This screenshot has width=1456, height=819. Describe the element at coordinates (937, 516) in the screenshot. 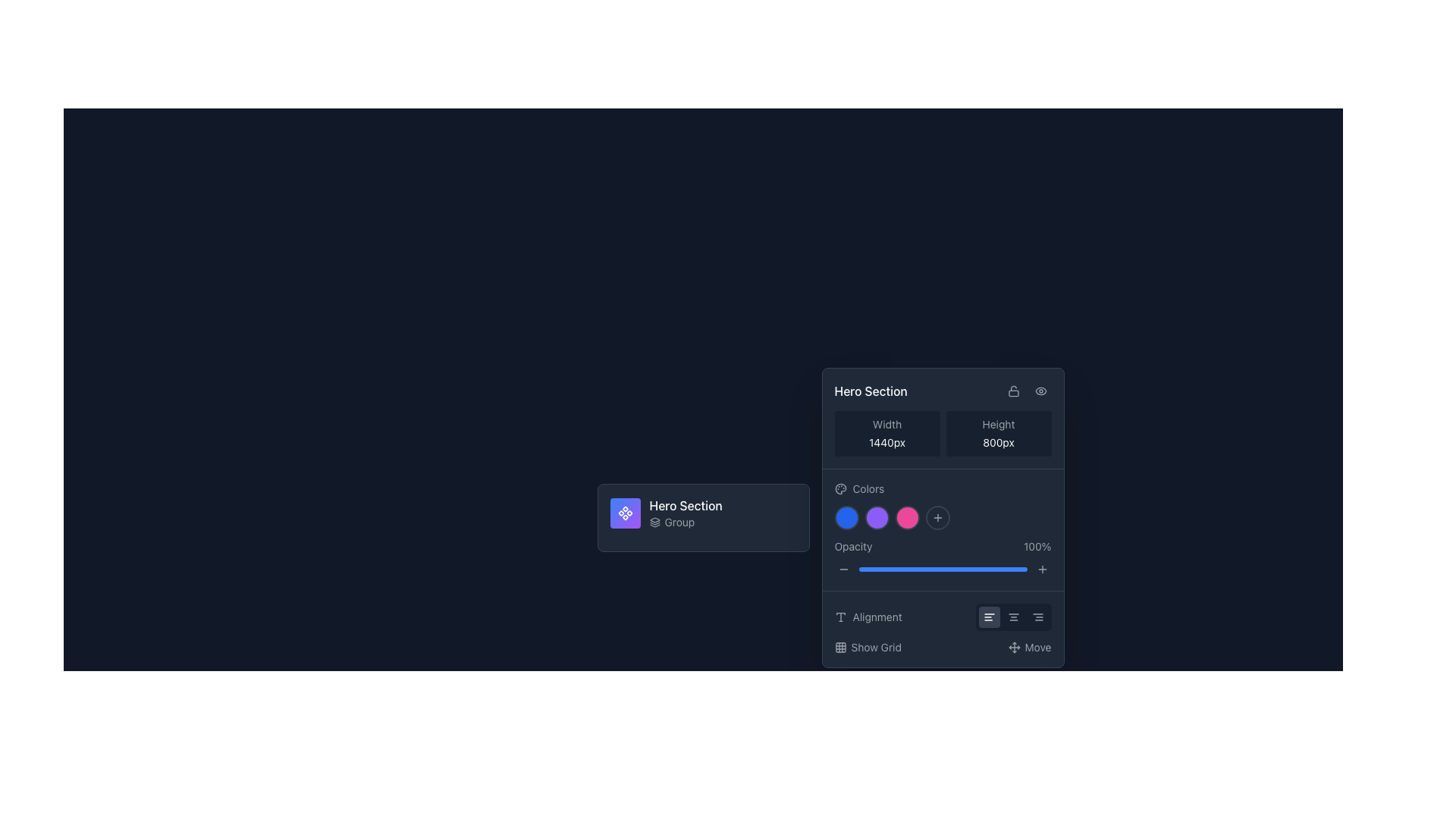

I see `the plus icon button located at the bottom-right section of the panel to trigger visual feedback` at that location.